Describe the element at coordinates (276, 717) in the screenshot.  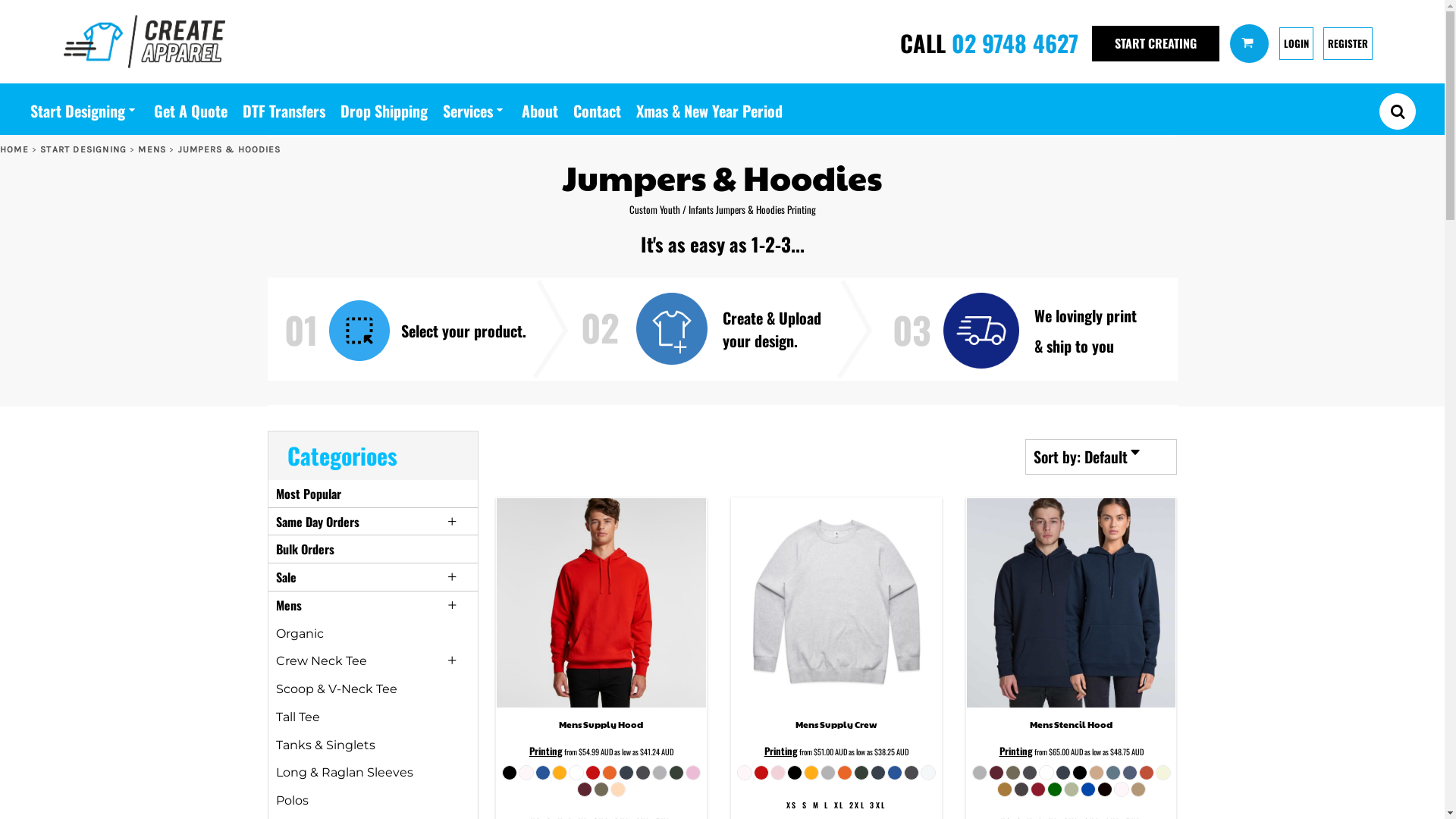
I see `'Tall Tee'` at that location.